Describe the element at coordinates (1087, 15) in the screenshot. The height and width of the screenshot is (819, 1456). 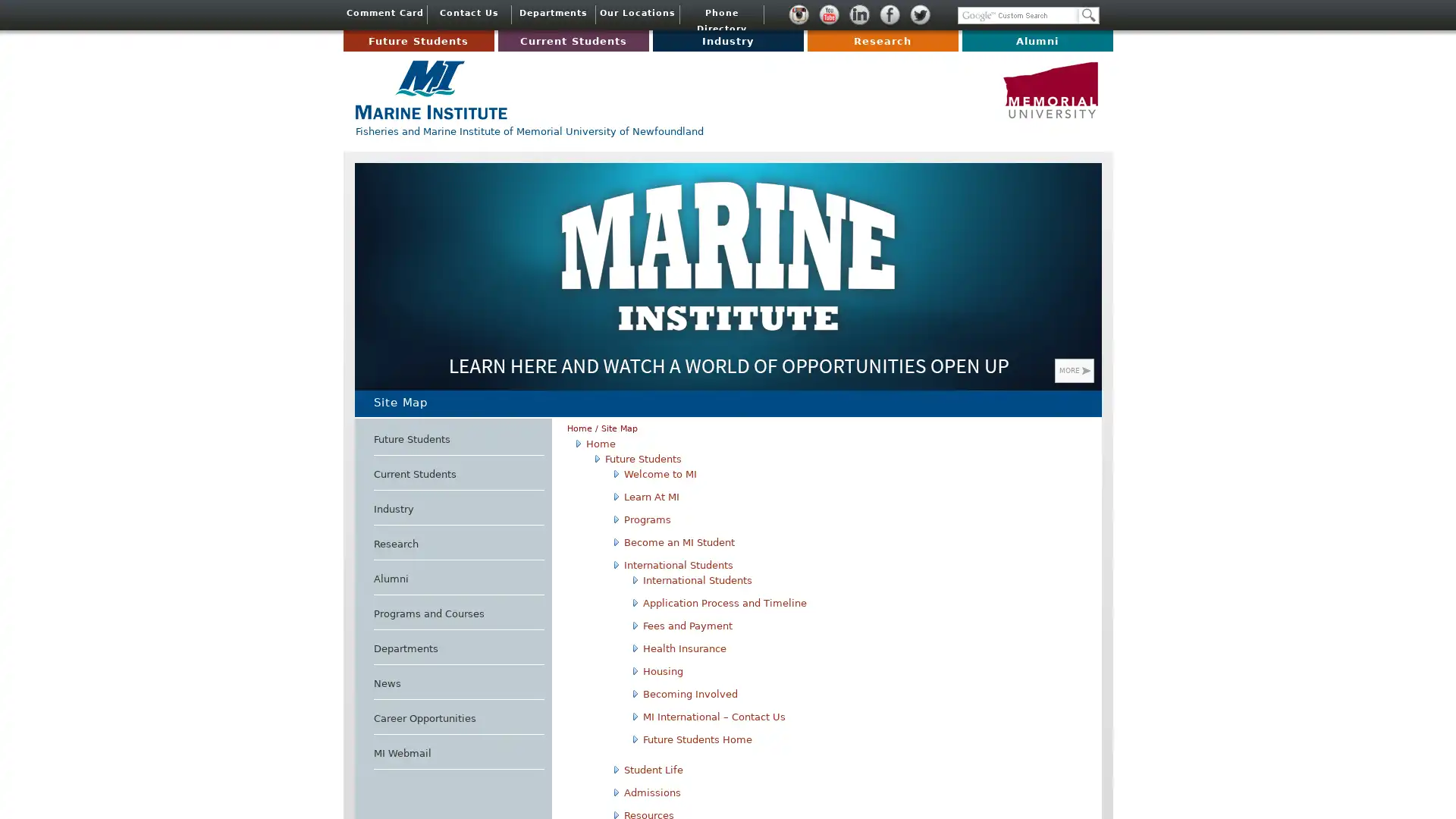
I see `Search` at that location.